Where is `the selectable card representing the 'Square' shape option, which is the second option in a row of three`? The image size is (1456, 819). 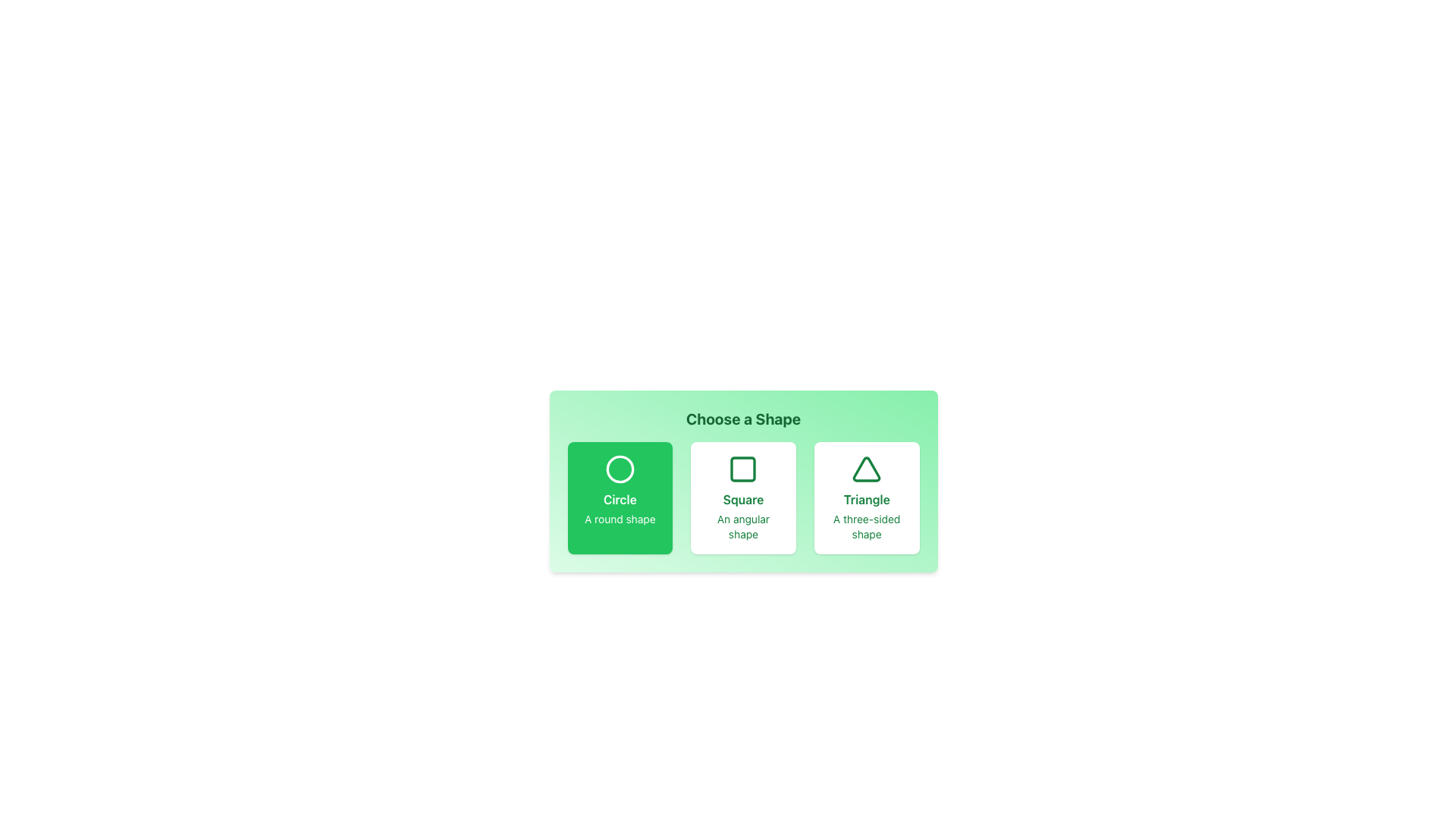
the selectable card representing the 'Square' shape option, which is the second option in a row of three is located at coordinates (743, 497).